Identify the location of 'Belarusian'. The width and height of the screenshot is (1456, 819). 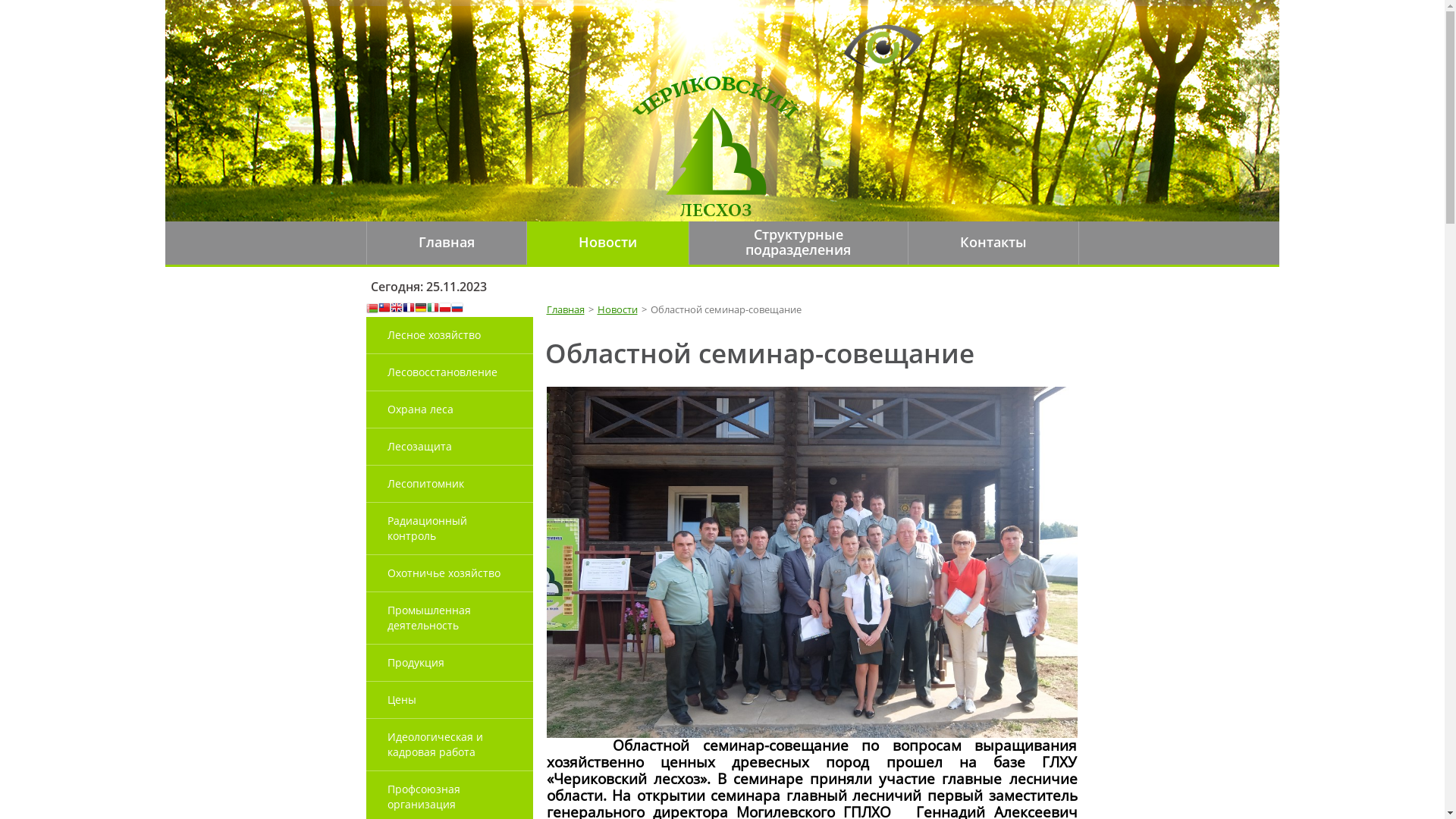
(371, 308).